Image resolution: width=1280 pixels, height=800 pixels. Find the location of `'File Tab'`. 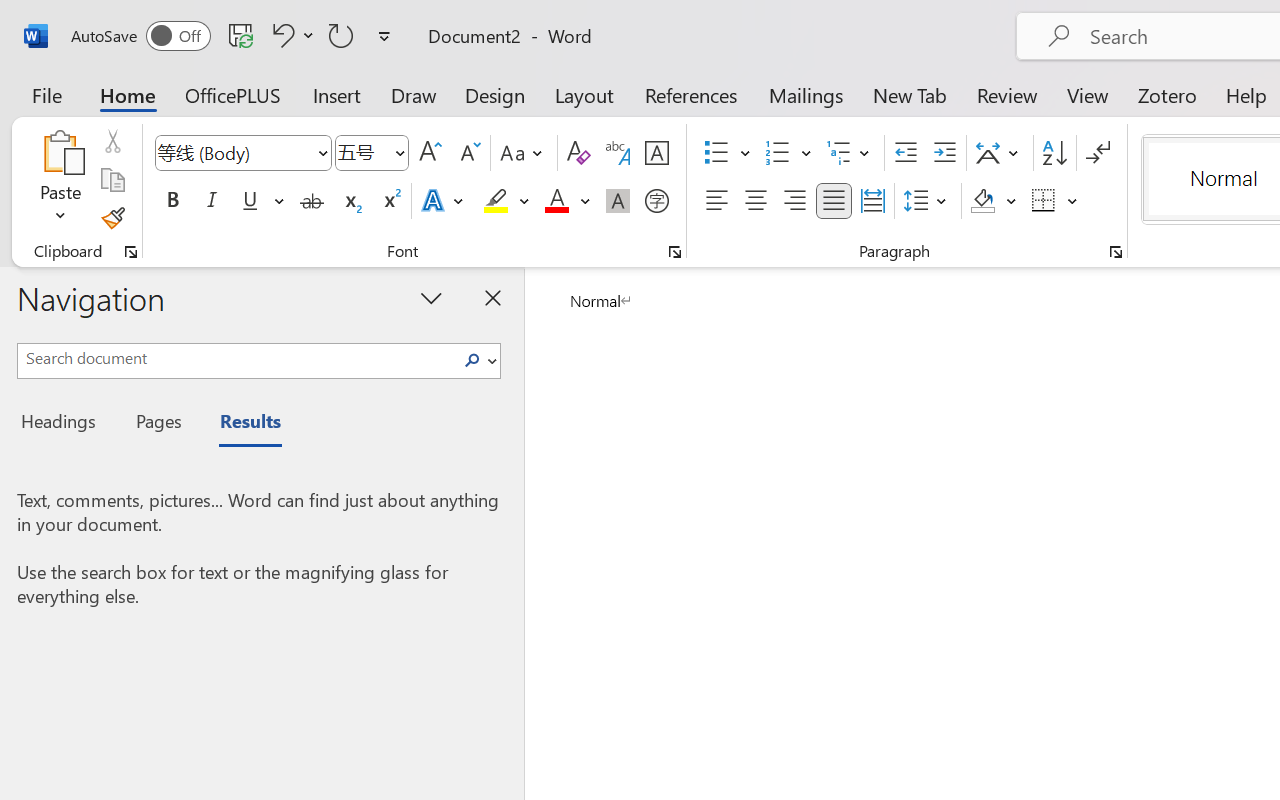

'File Tab' is located at coordinates (46, 94).